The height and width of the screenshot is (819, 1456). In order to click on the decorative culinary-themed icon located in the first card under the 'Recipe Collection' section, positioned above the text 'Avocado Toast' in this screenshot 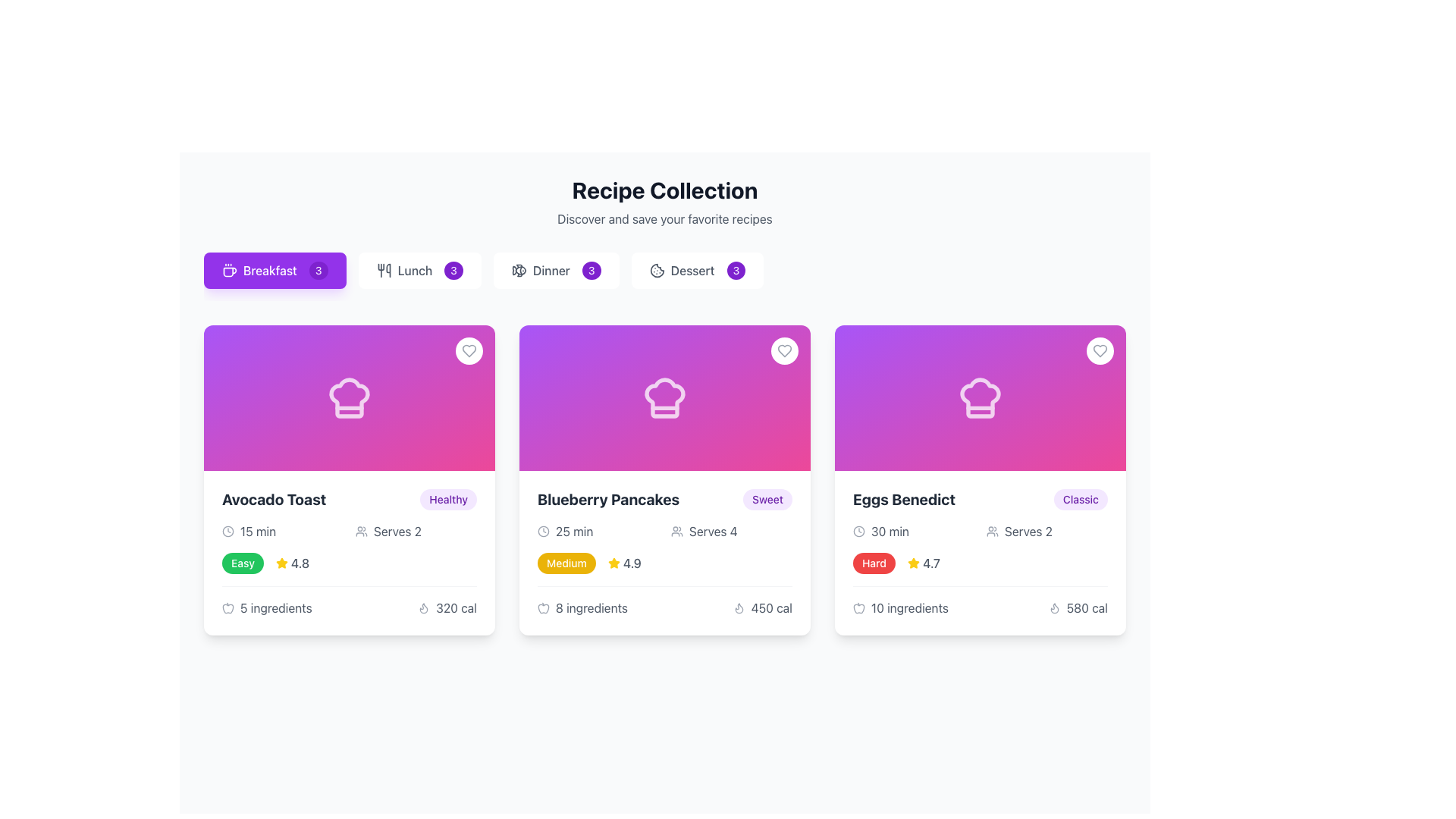, I will do `click(348, 397)`.